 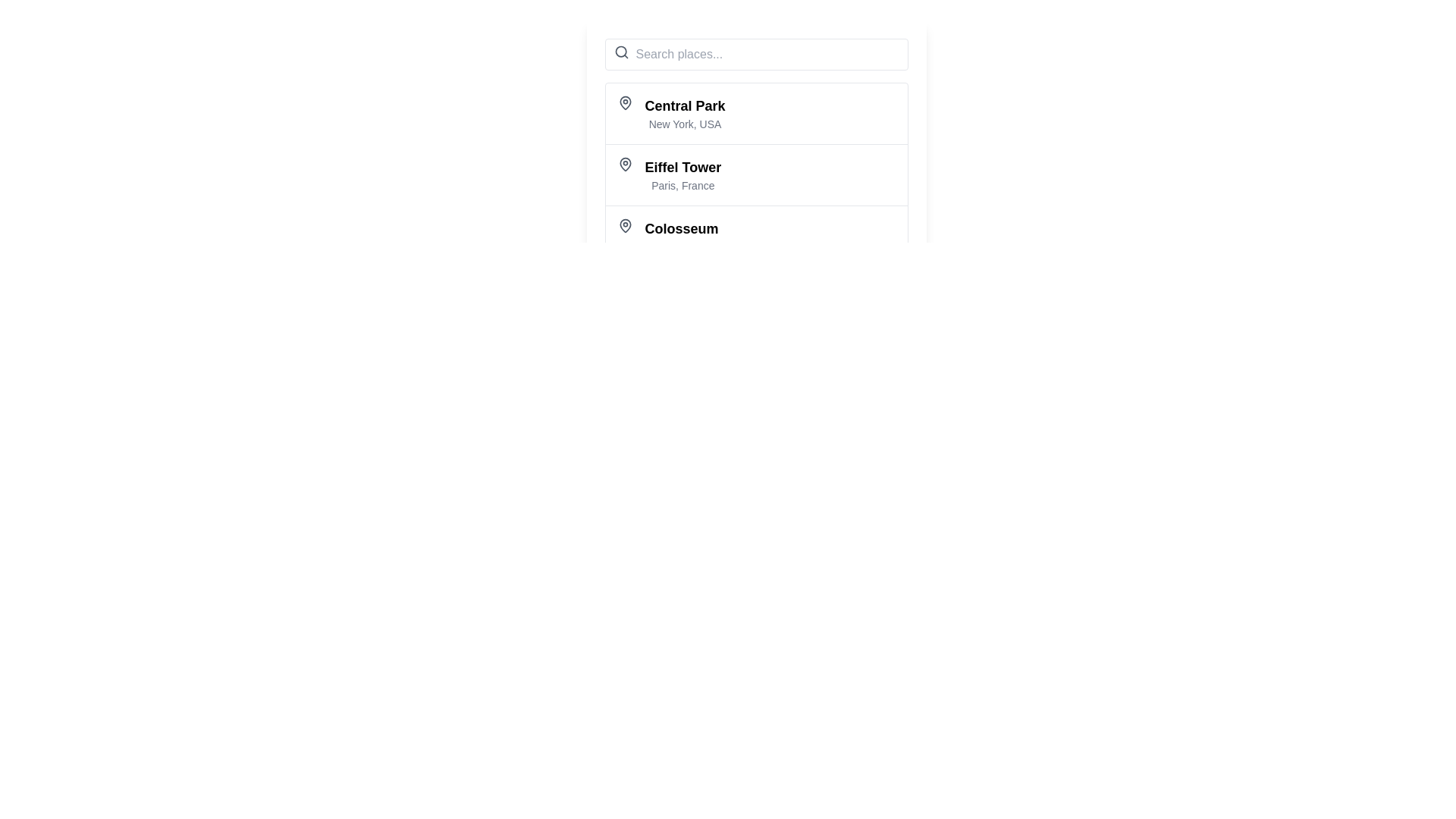 What do you see at coordinates (625, 102) in the screenshot?
I see `the map pin icon located to the left of the text 'Central Park' in the list under the search bar` at bounding box center [625, 102].